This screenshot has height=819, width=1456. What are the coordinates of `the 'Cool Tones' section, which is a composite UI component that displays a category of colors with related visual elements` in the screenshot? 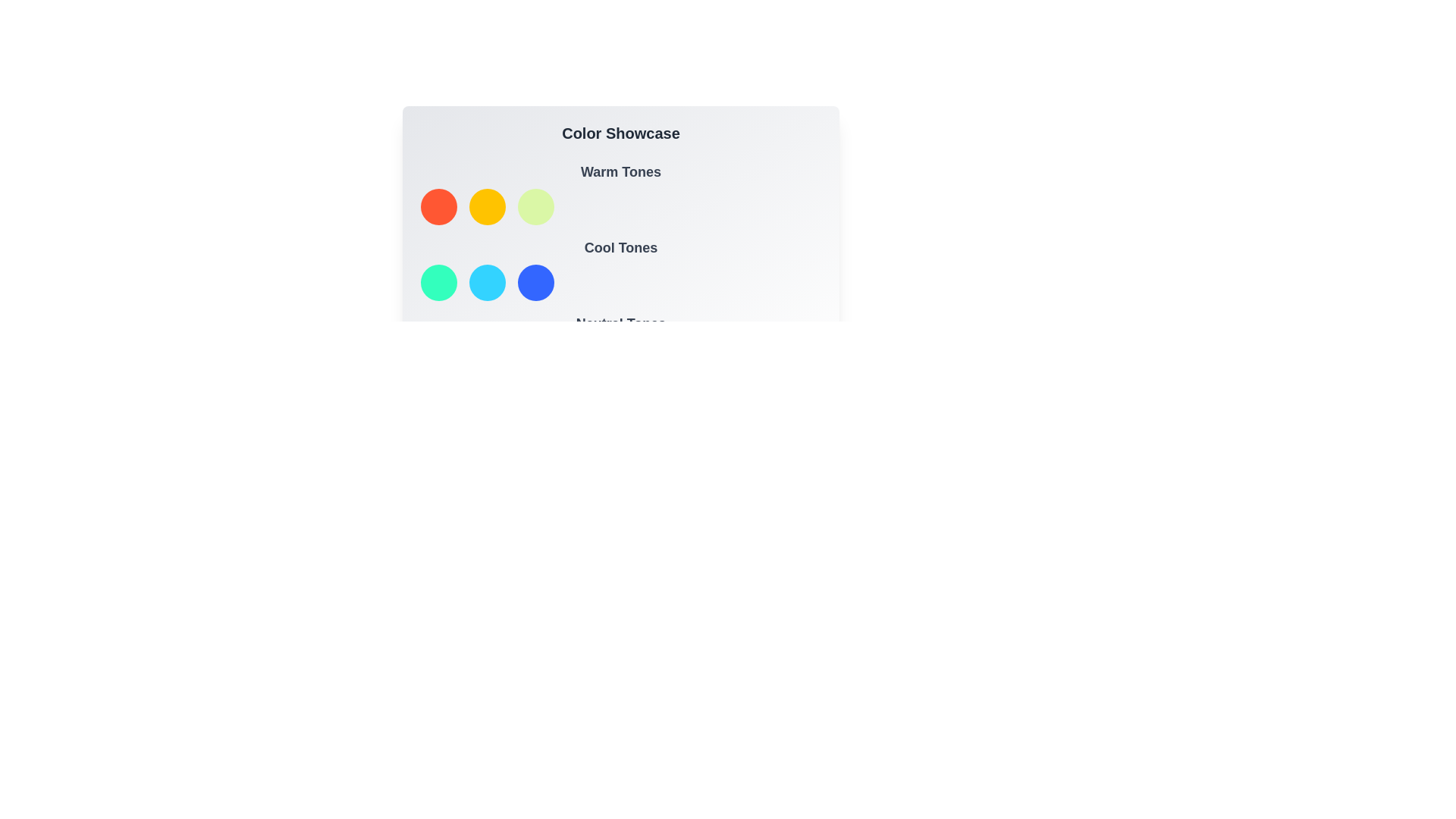 It's located at (621, 268).